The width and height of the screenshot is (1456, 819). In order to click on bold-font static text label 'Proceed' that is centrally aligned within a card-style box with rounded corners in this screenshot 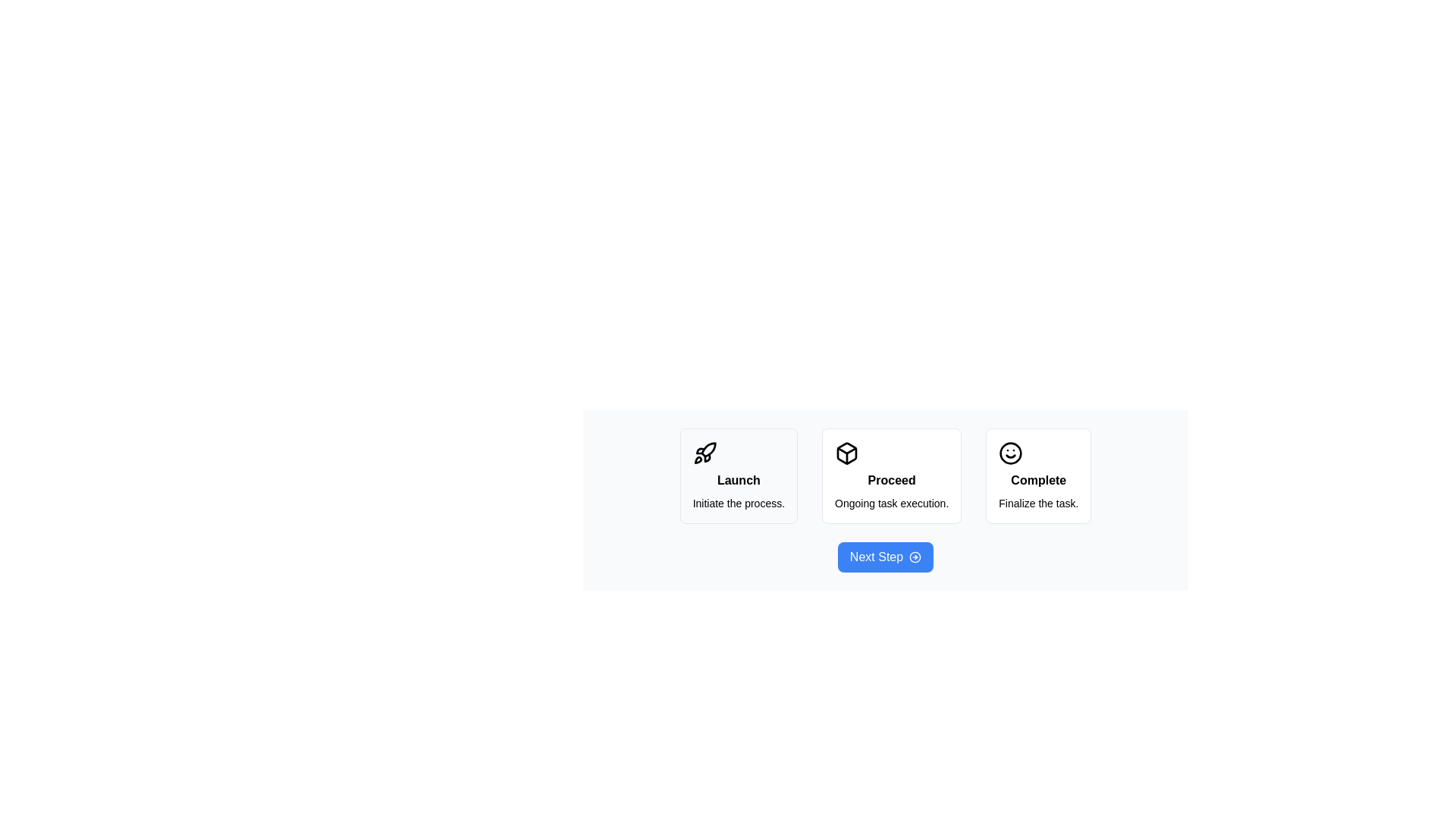, I will do `click(892, 480)`.